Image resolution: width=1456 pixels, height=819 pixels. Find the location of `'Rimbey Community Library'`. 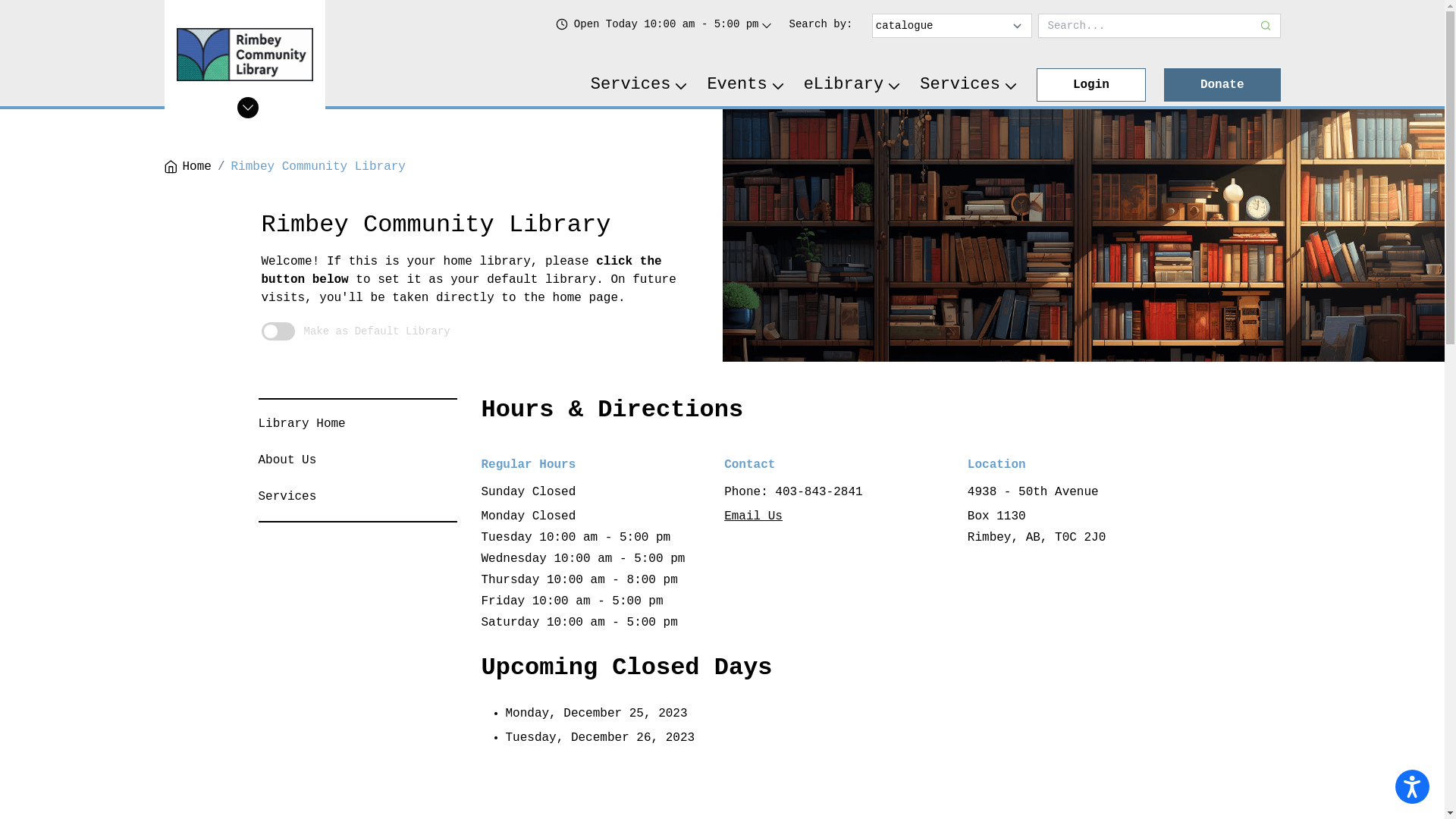

'Rimbey Community Library' is located at coordinates (318, 166).